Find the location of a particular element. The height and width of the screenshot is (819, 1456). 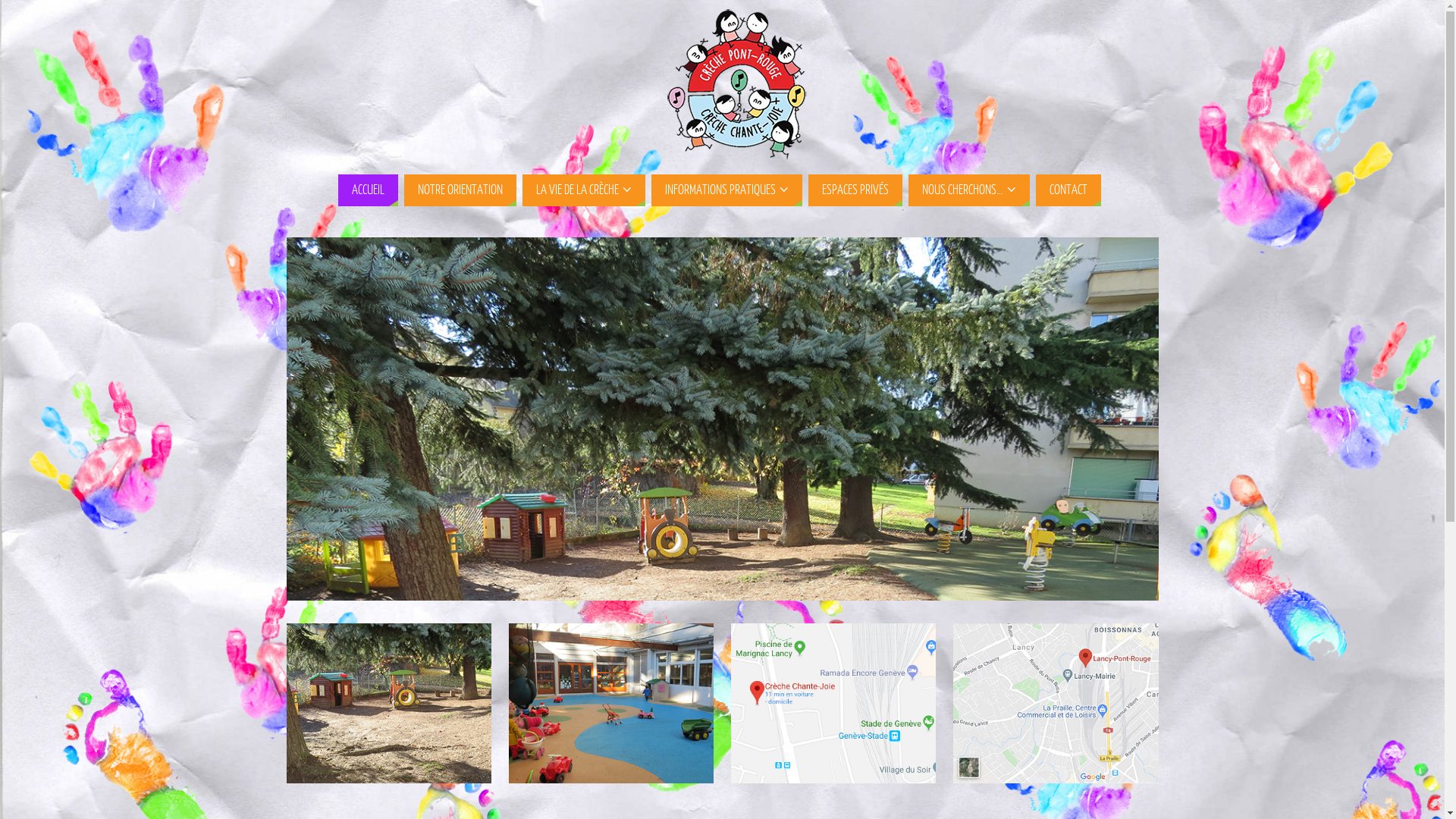

'Contact Pont-Rouge' is located at coordinates (952, 703).